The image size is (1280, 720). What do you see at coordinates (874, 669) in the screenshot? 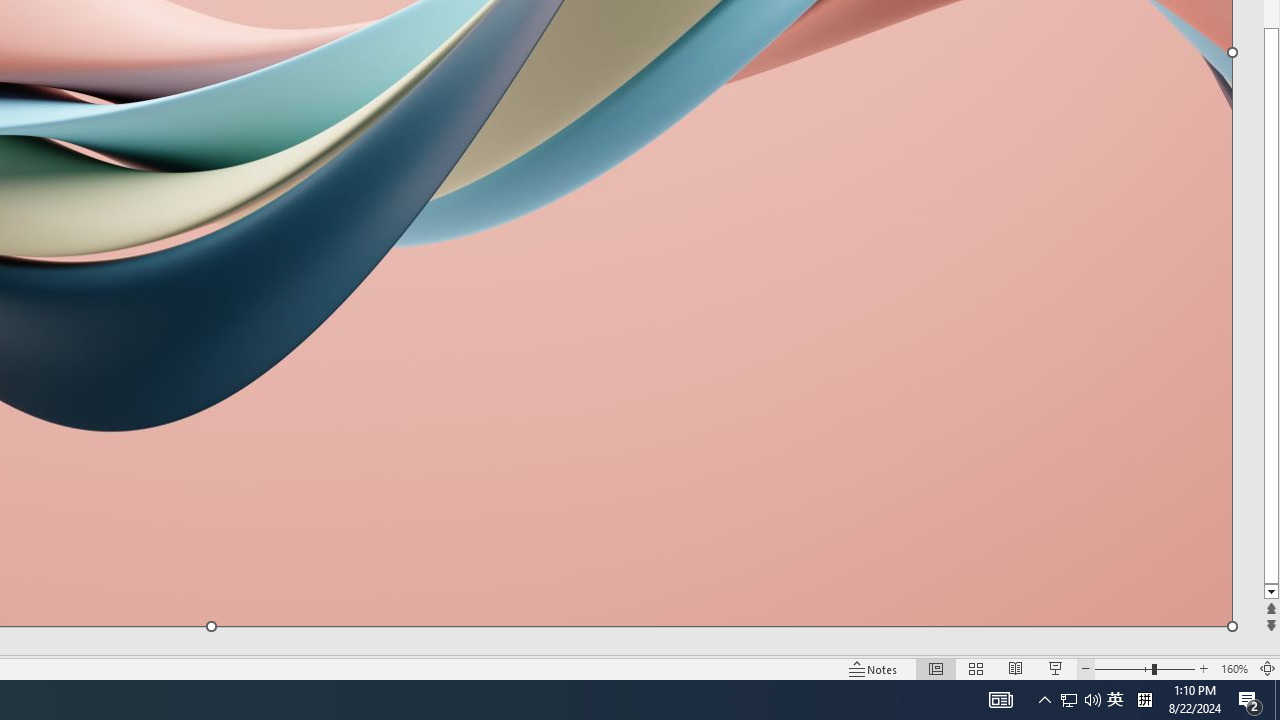
I see `'Notes '` at bounding box center [874, 669].